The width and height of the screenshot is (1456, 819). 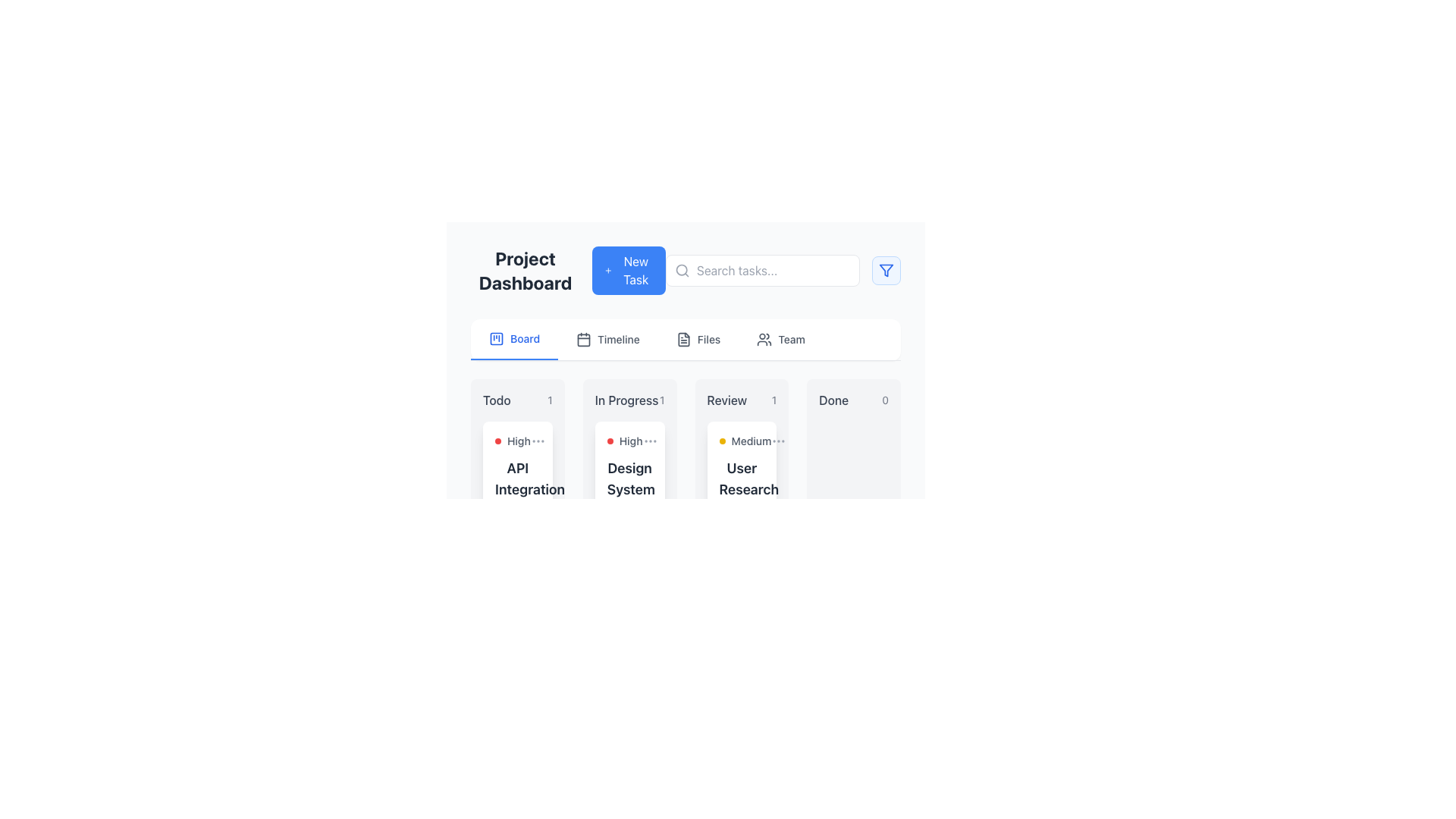 I want to click on the 'Board' icon in the navigation bar, so click(x=496, y=338).